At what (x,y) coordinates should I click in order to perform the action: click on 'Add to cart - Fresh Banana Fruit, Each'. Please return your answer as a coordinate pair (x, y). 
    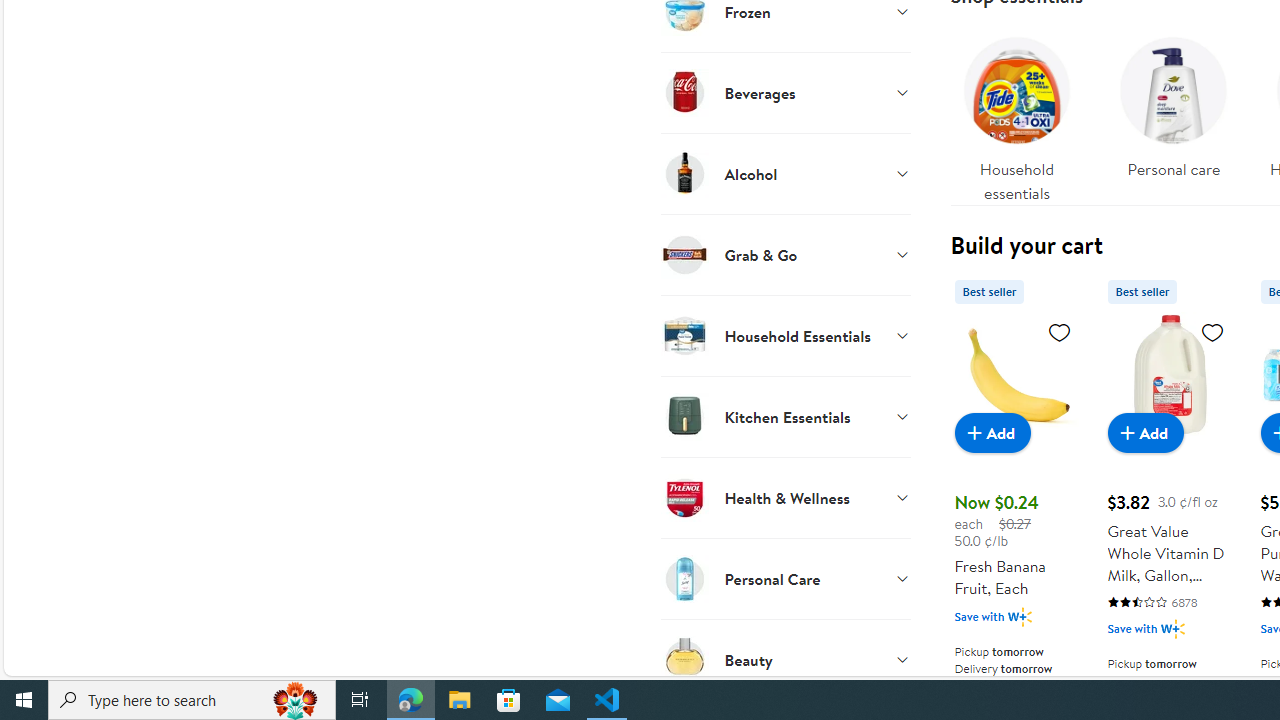
    Looking at the image, I should click on (992, 431).